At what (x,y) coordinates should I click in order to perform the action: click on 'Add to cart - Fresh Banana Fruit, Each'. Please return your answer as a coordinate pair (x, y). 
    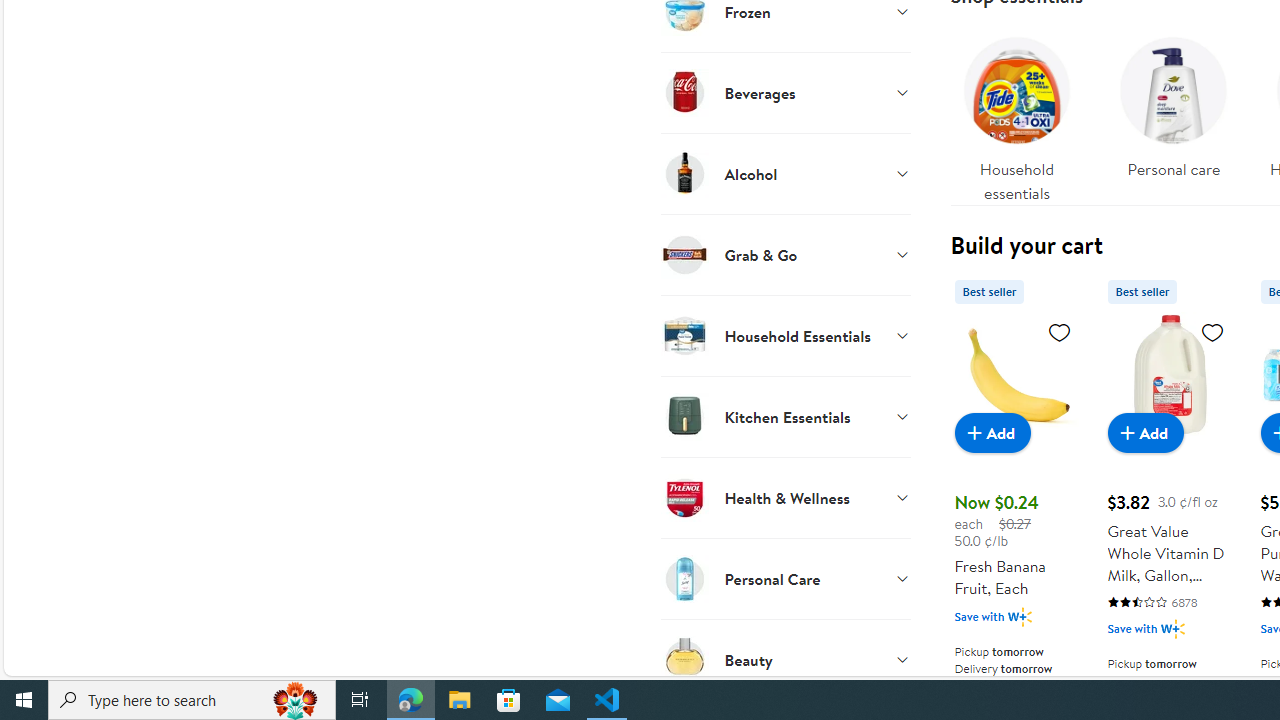
    Looking at the image, I should click on (992, 431).